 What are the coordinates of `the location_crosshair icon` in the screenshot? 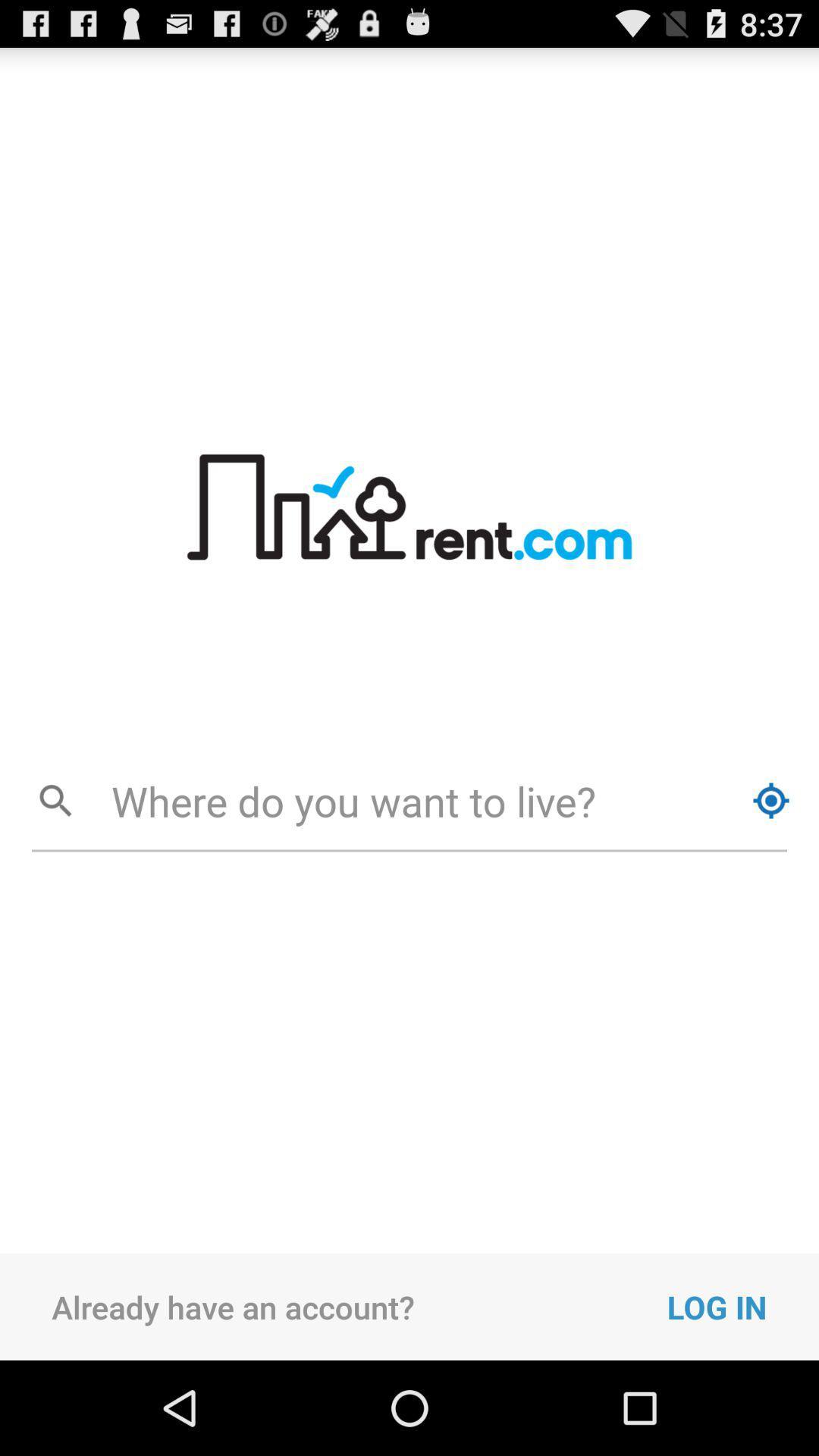 It's located at (771, 857).